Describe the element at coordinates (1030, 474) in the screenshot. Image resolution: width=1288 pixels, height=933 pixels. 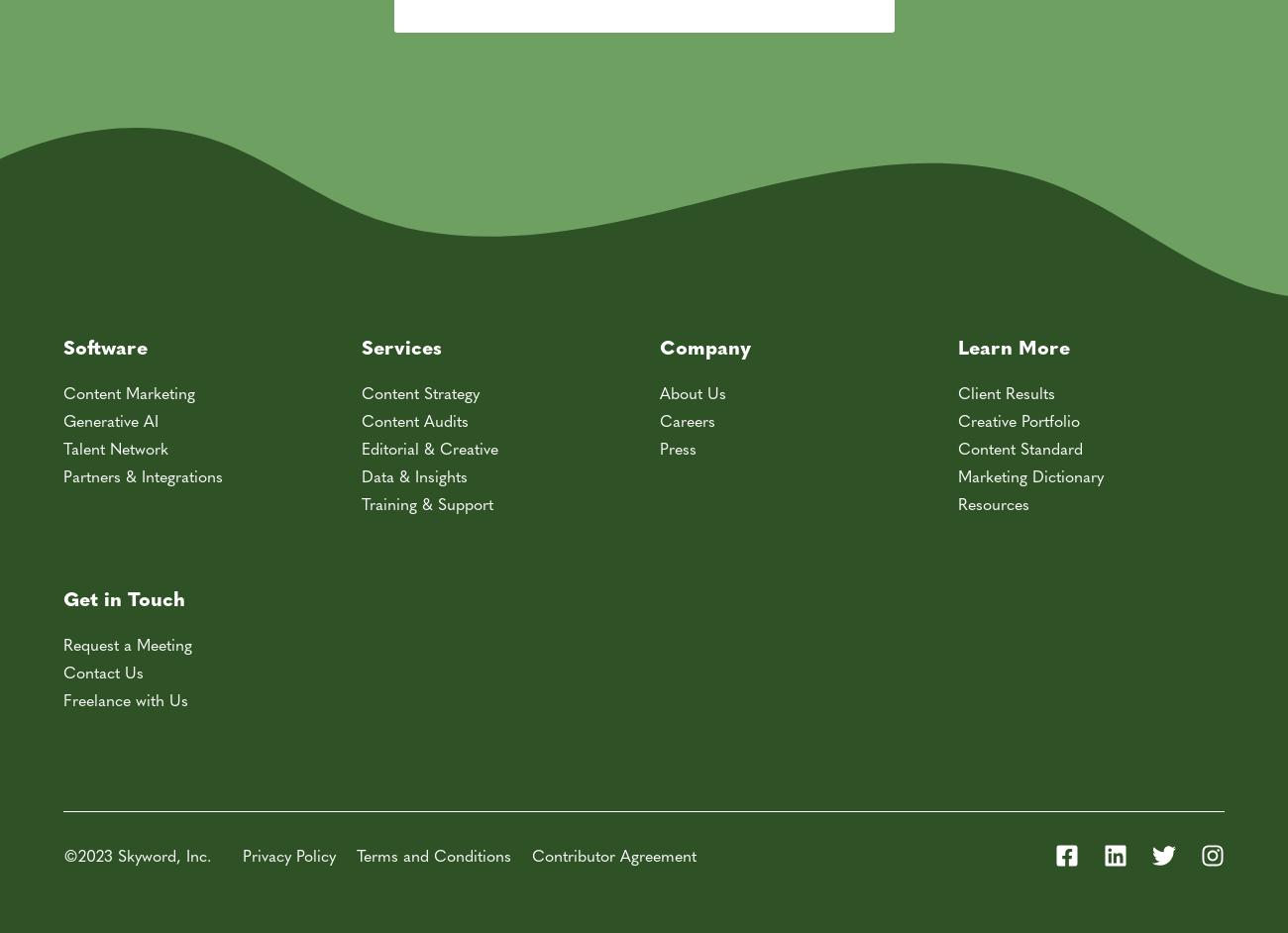
I see `'Marketing Dictionary'` at that location.